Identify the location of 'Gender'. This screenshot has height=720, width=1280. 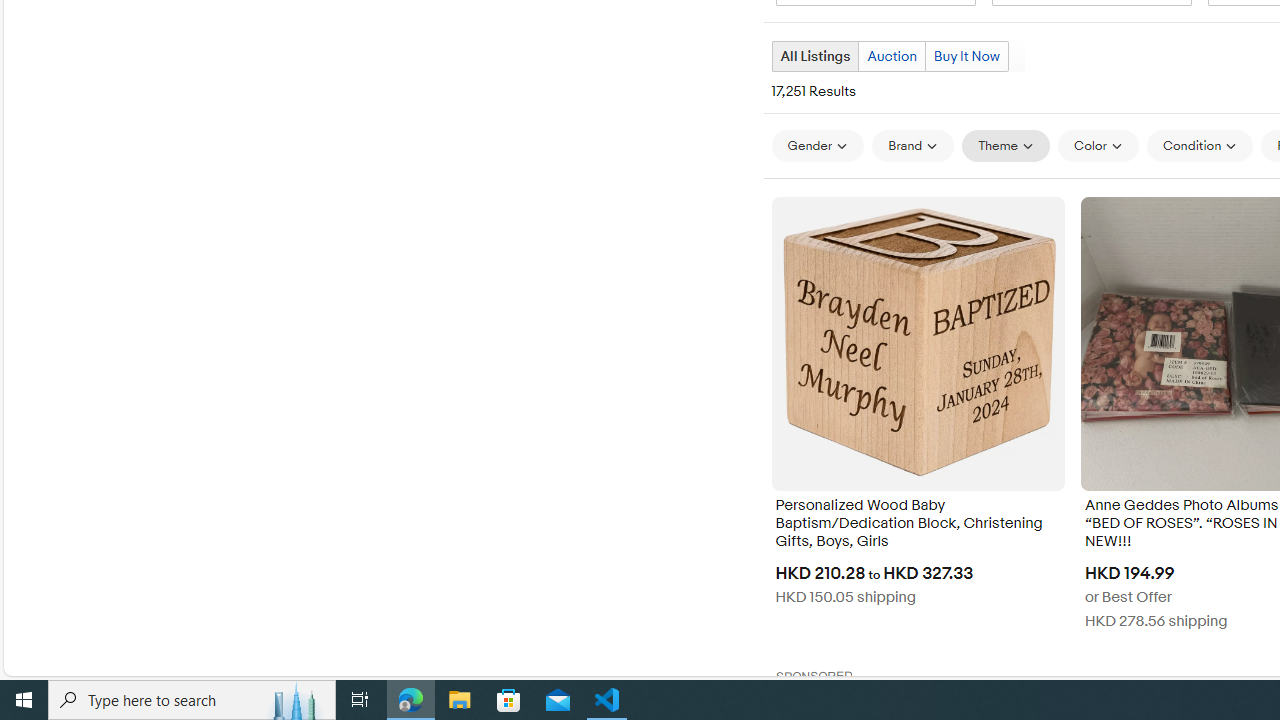
(817, 144).